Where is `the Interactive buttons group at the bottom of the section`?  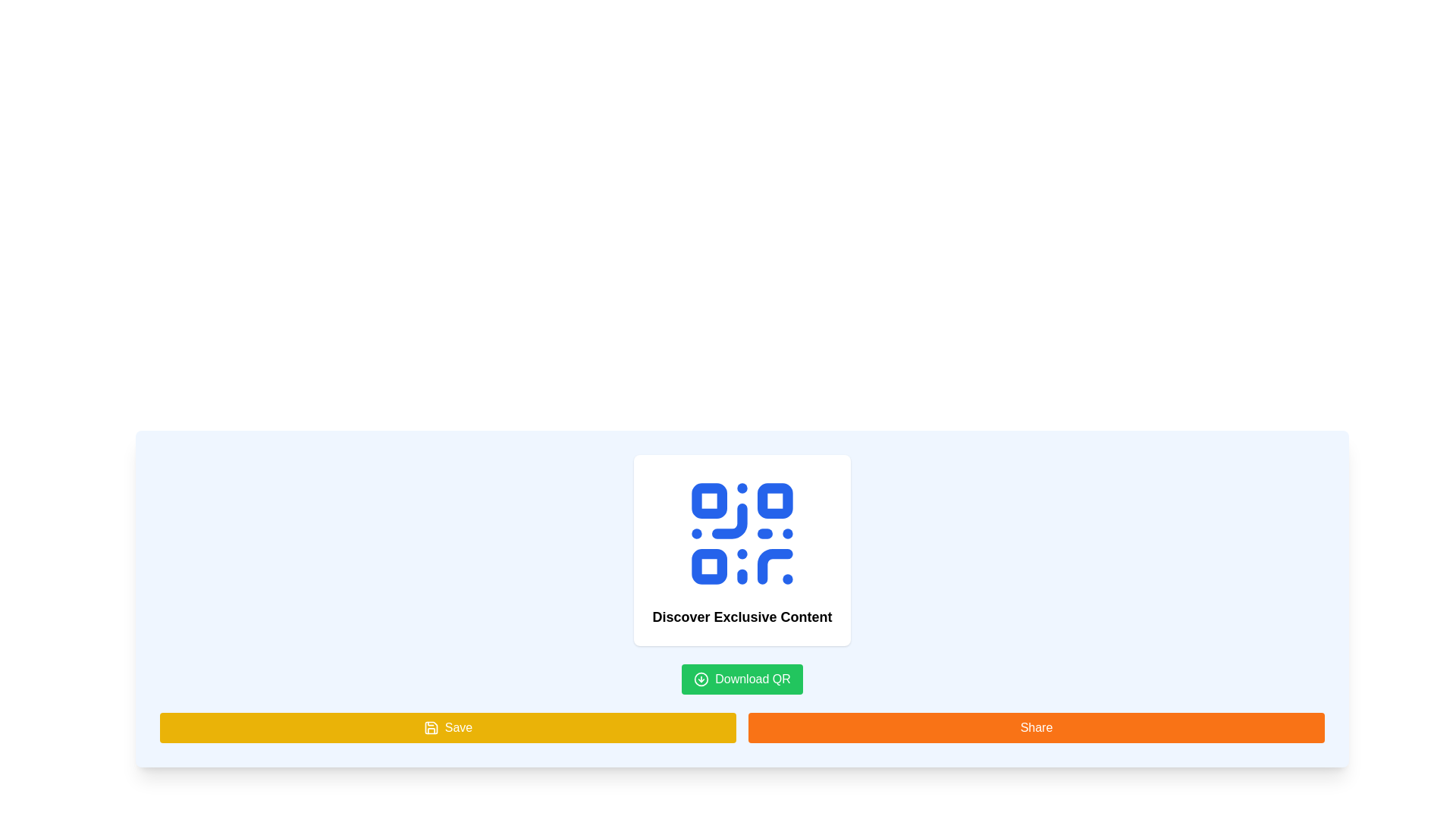 the Interactive buttons group at the bottom of the section is located at coordinates (742, 727).